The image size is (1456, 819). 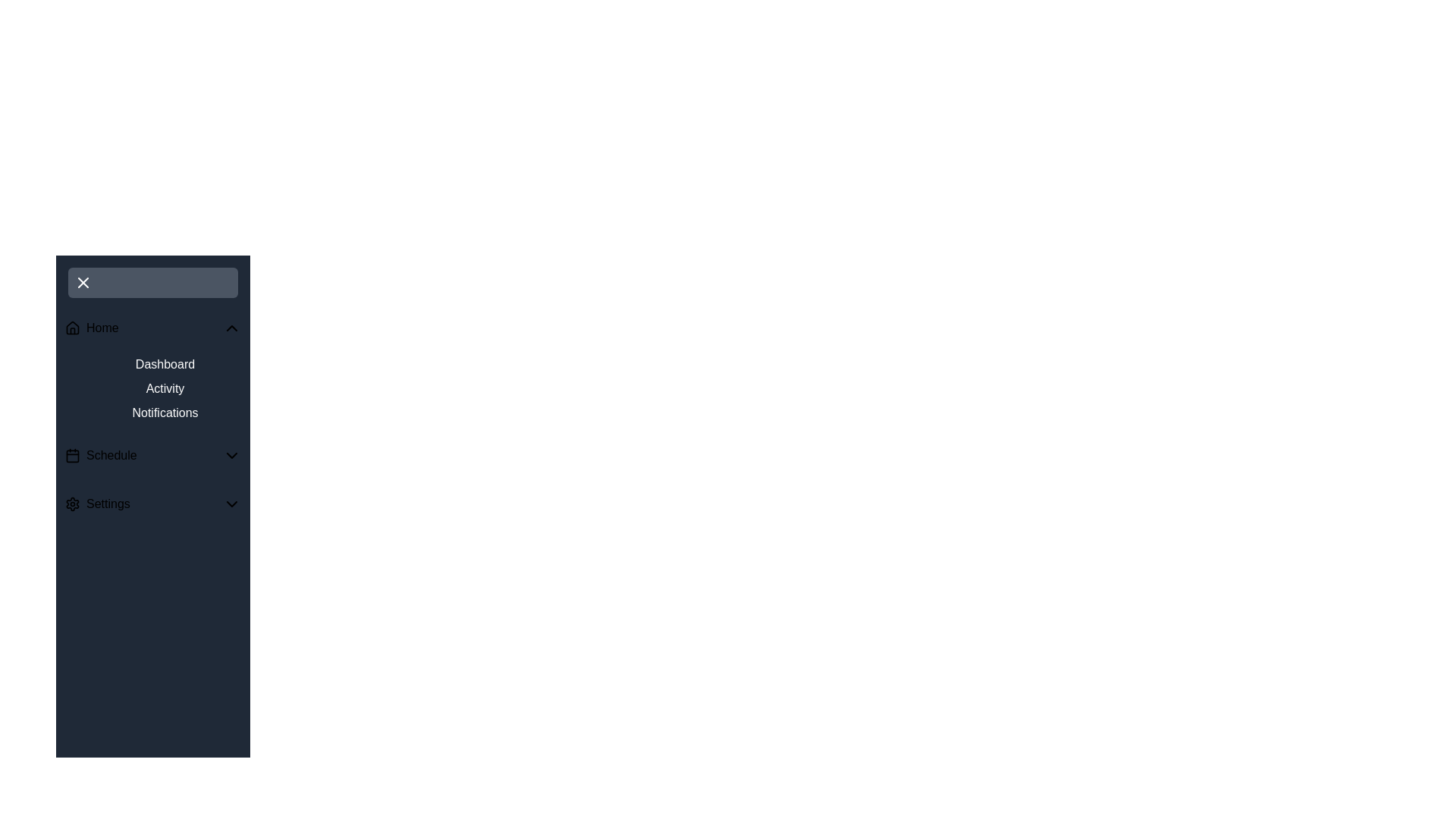 I want to click on the close or toggle icon located at the top-left section of the interface, within a button component, so click(x=83, y=283).